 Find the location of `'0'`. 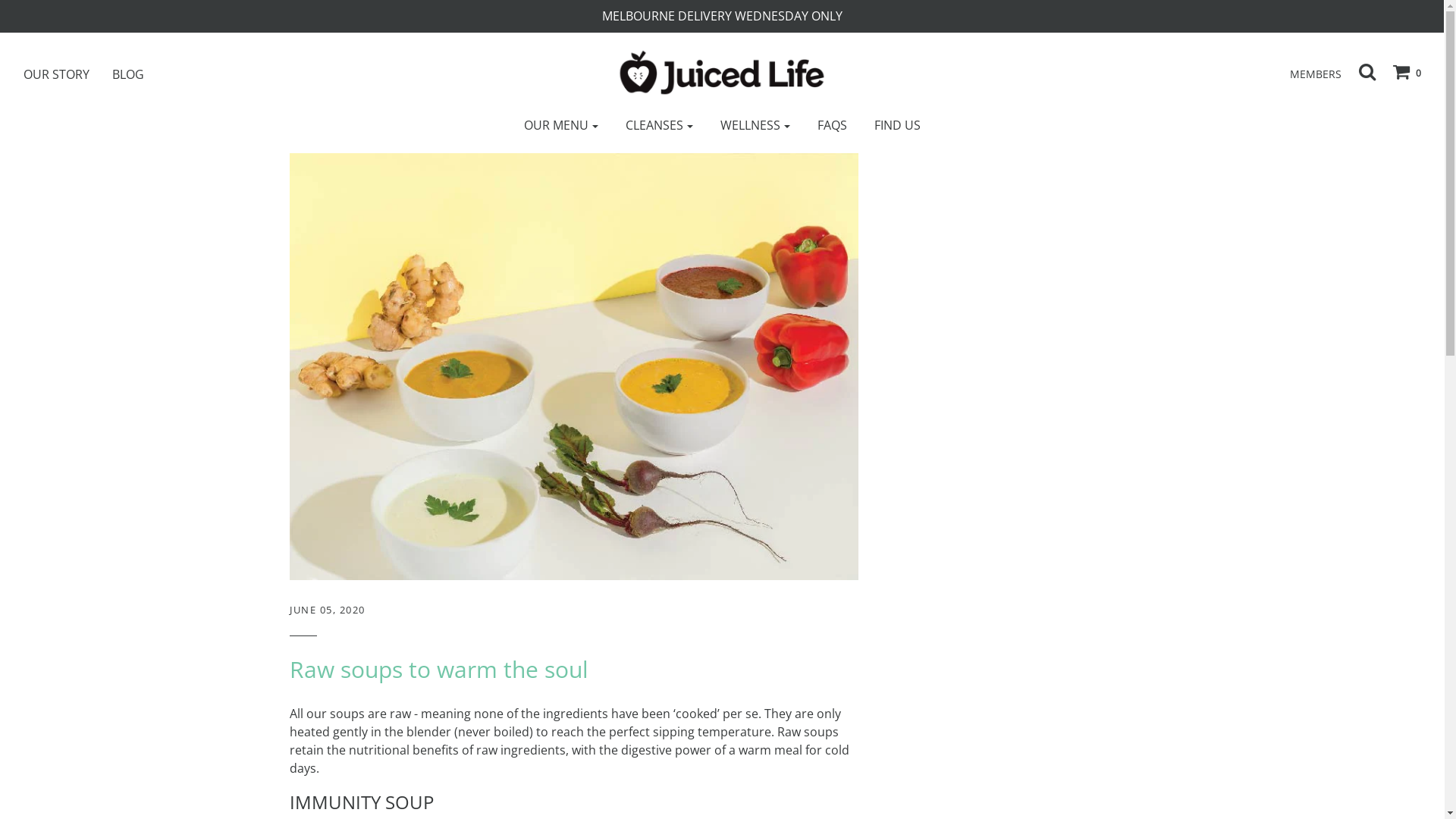

'0' is located at coordinates (1398, 71).